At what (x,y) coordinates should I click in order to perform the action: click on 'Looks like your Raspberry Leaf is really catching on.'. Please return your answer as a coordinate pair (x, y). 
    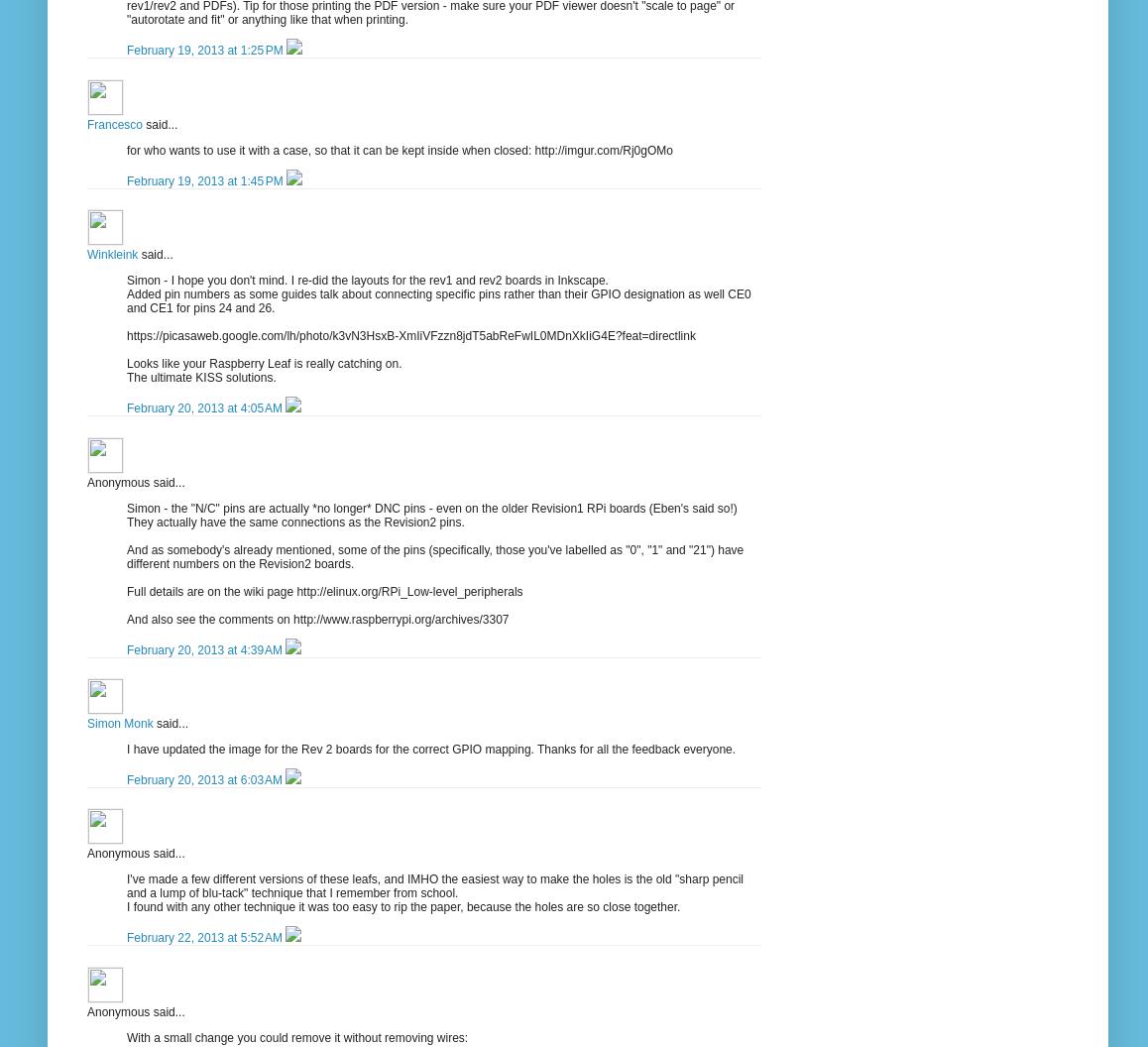
    Looking at the image, I should click on (263, 362).